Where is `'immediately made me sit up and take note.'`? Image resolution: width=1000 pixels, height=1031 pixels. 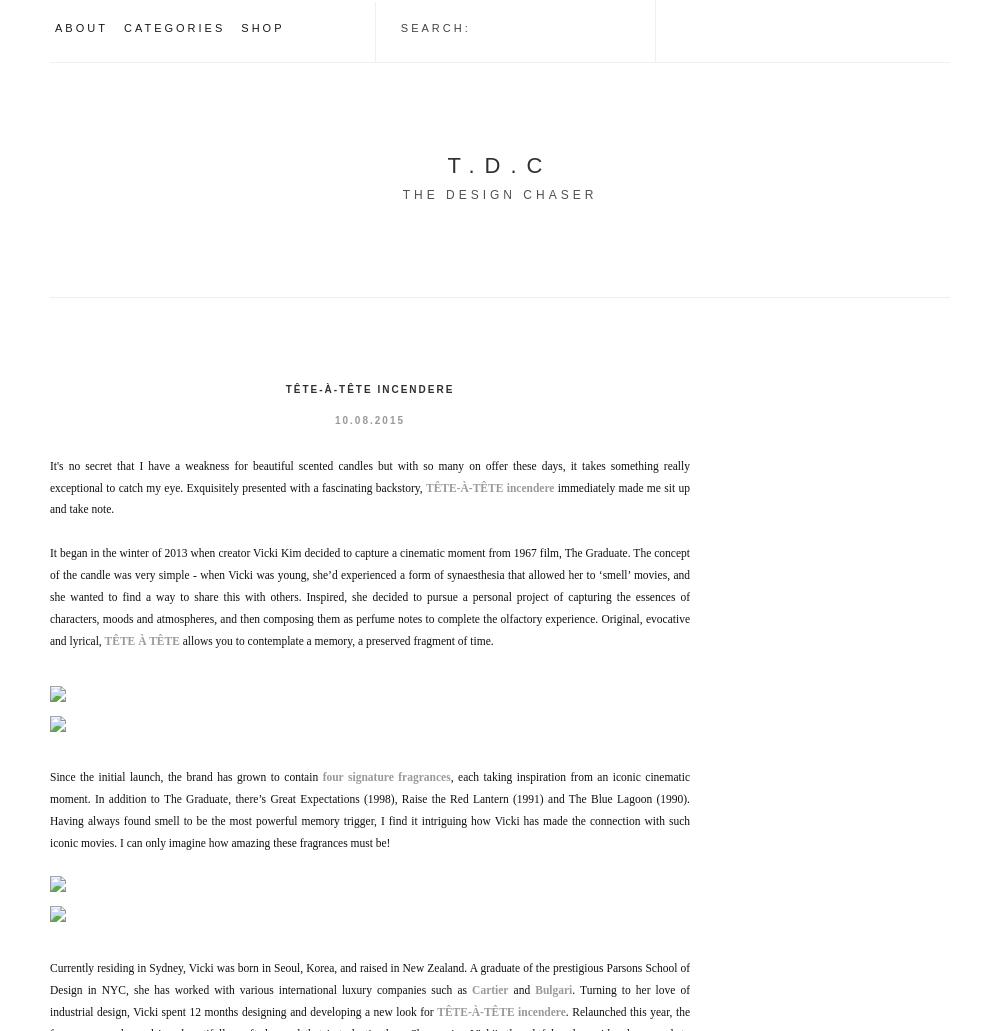 'immediately made me sit up and take note.' is located at coordinates (50, 497).